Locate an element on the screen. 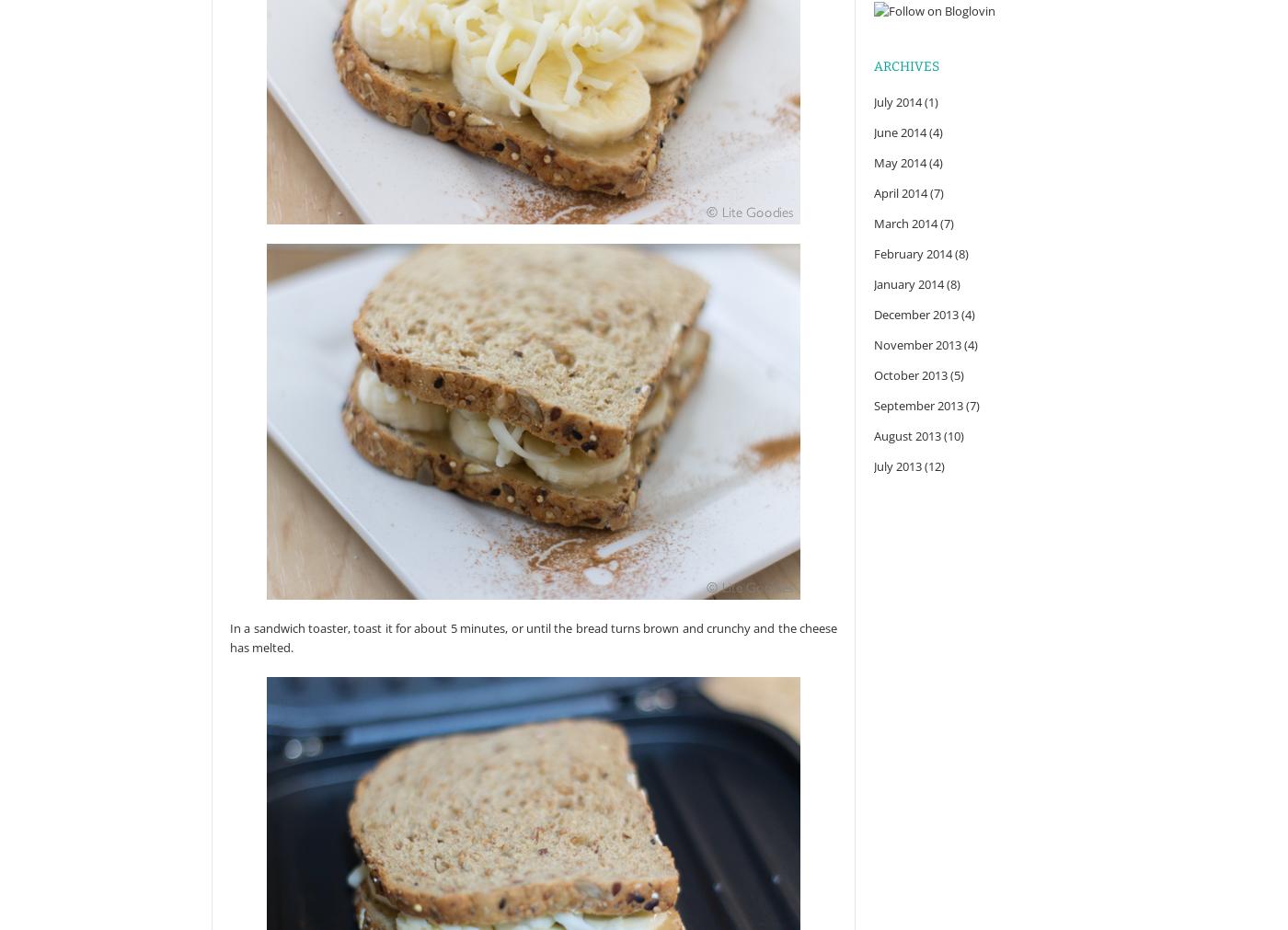 The width and height of the screenshot is (1288, 930). 'February 2014' is located at coordinates (912, 254).